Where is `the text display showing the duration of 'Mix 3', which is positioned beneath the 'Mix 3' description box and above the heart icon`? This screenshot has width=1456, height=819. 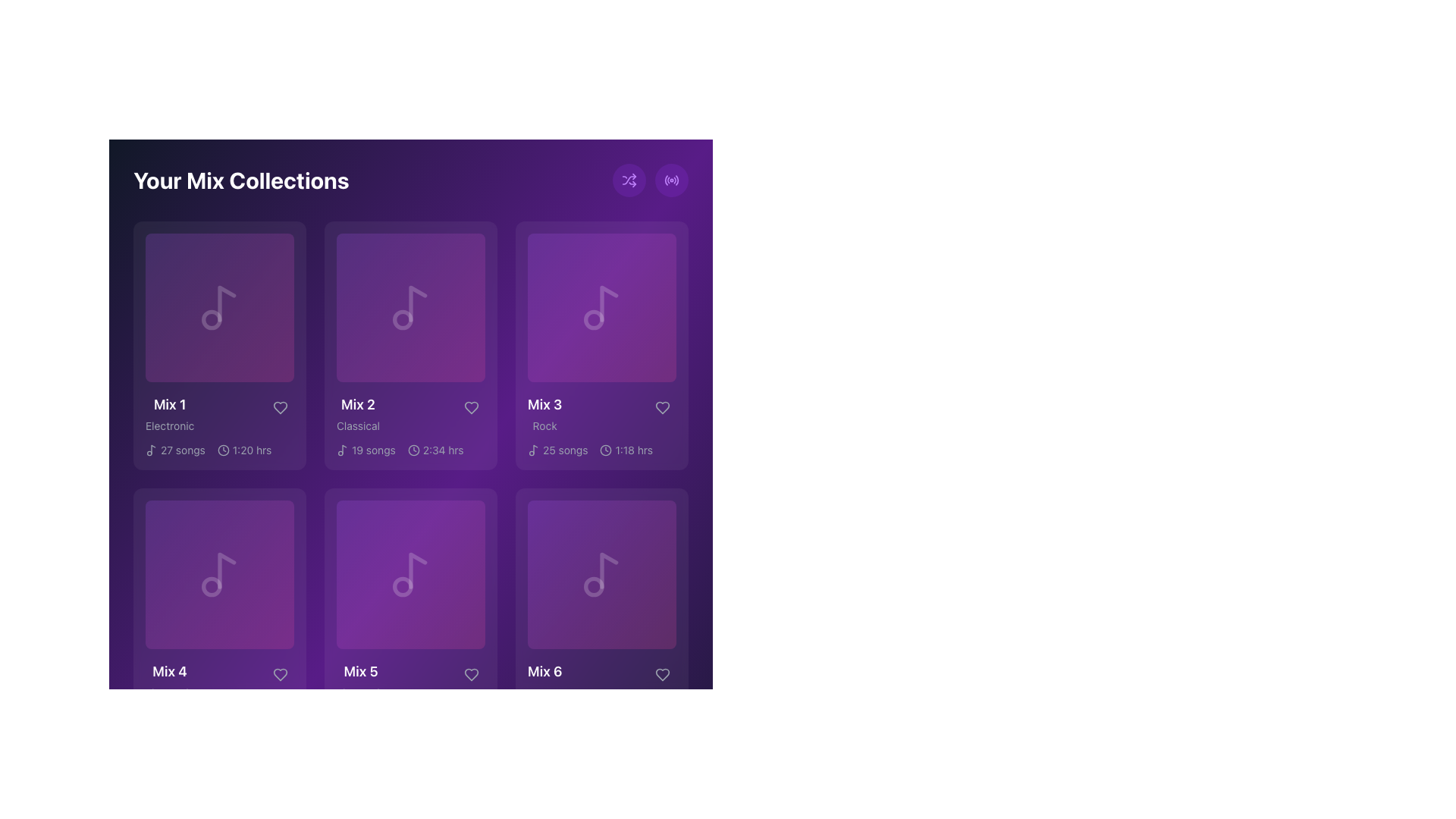 the text display showing the duration of 'Mix 3', which is positioned beneath the 'Mix 3' description box and above the heart icon is located at coordinates (634, 450).